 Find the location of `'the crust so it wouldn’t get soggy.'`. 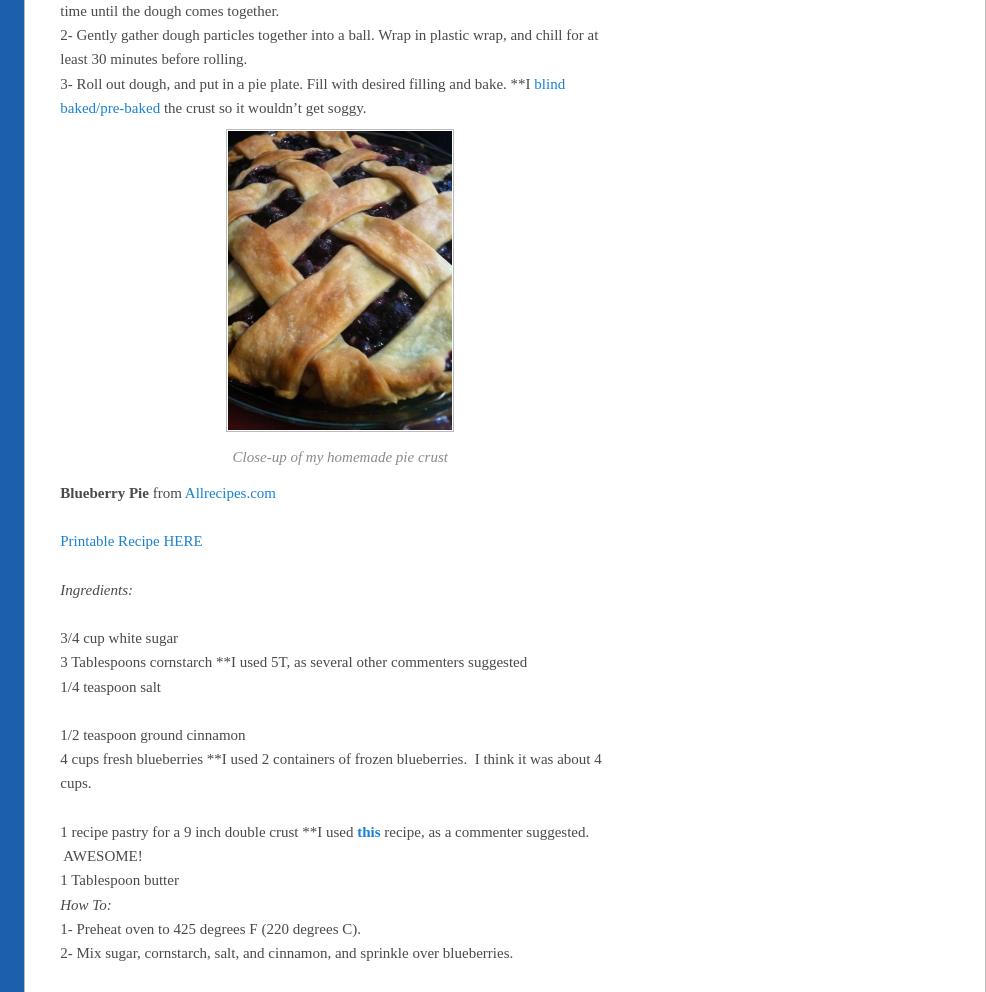

'the crust so it wouldn’t get soggy.' is located at coordinates (262, 106).